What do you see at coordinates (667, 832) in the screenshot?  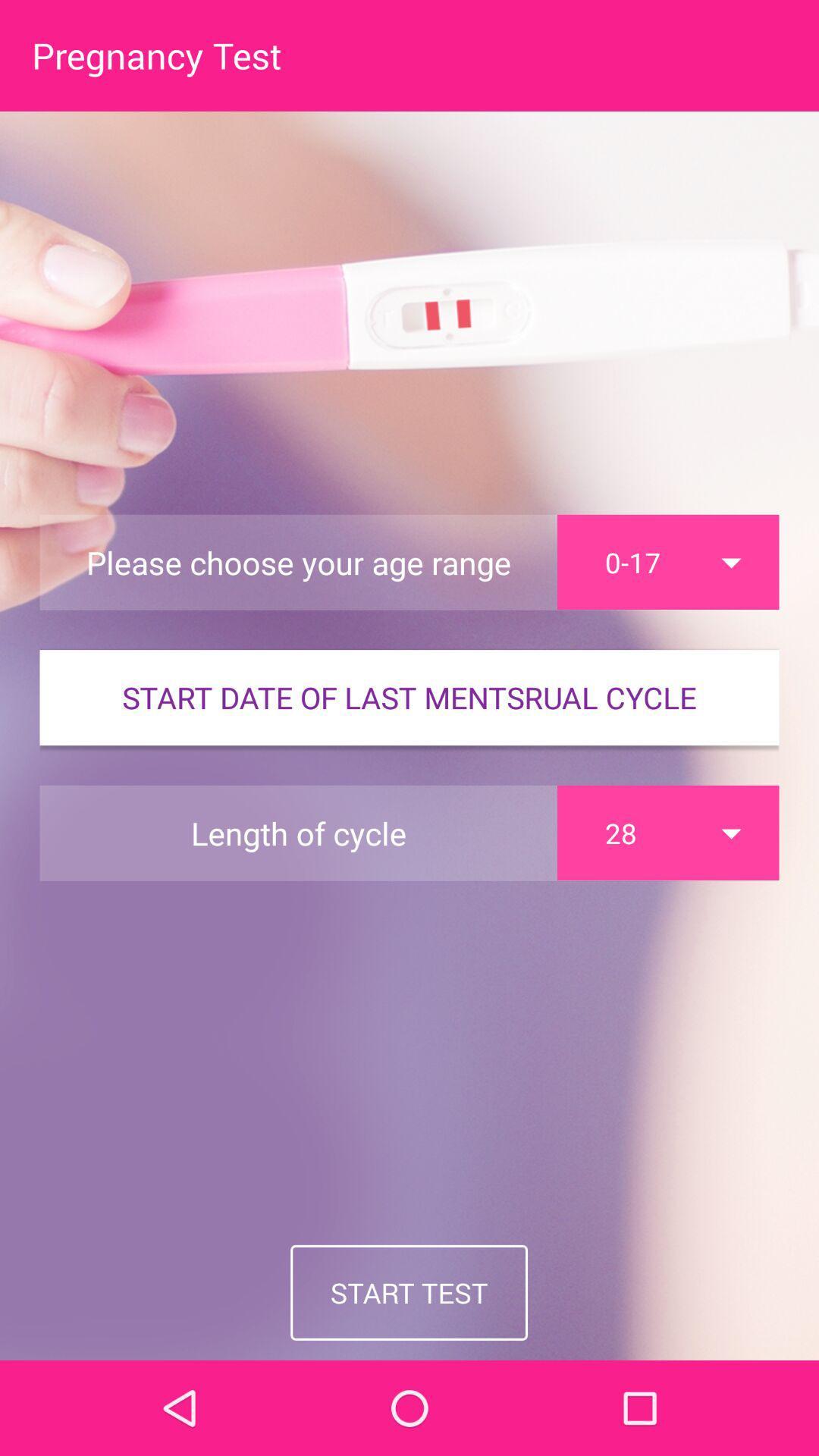 I see `the icon next to length of cycle icon` at bounding box center [667, 832].